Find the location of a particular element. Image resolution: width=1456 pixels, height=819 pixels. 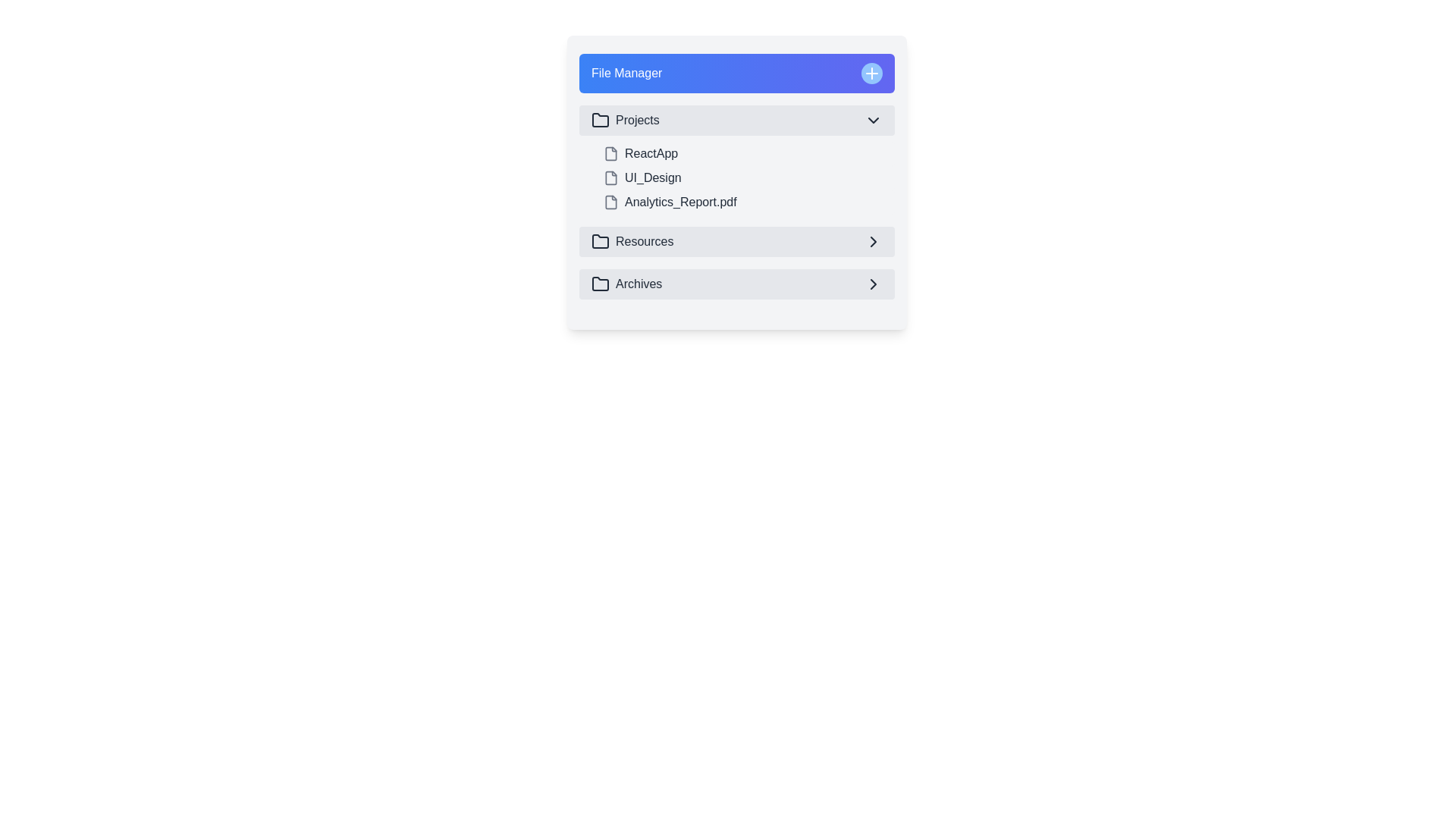

the text label located on the left side of the blue-gradient header section at the top center of the layout, which provides context for file management is located at coordinates (626, 73).